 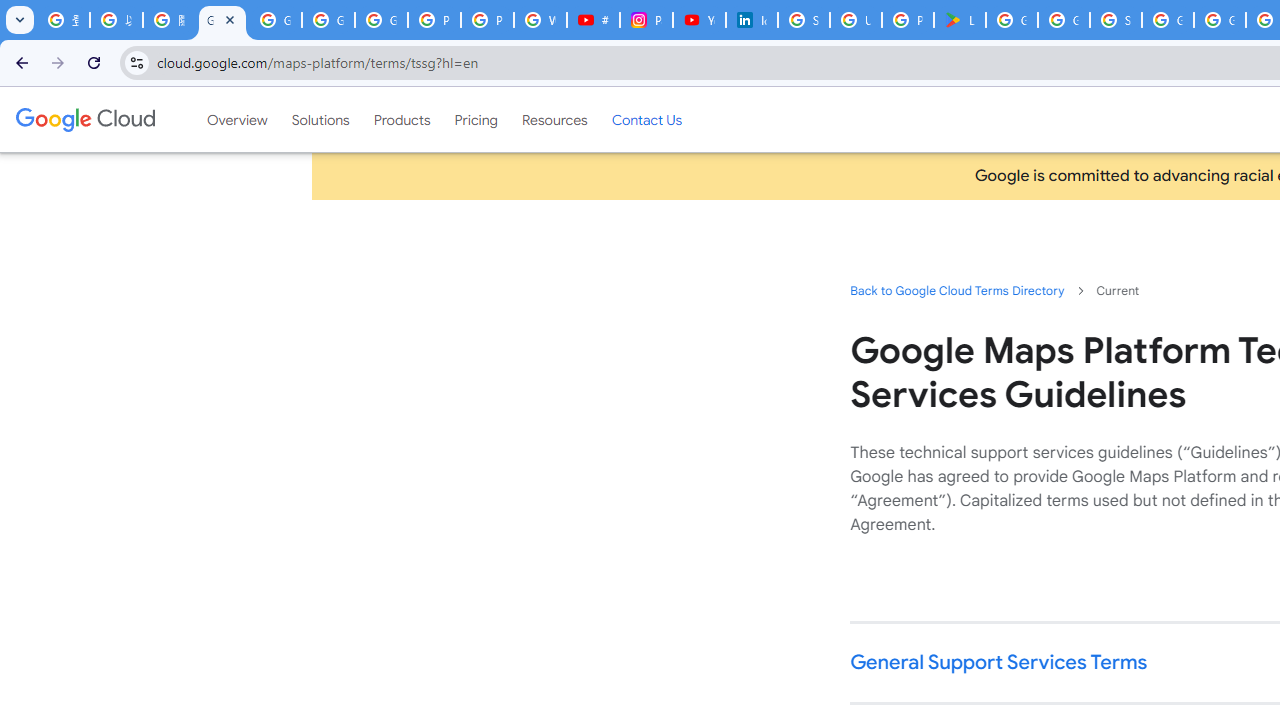 I want to click on 'Solutions', so click(x=320, y=119).